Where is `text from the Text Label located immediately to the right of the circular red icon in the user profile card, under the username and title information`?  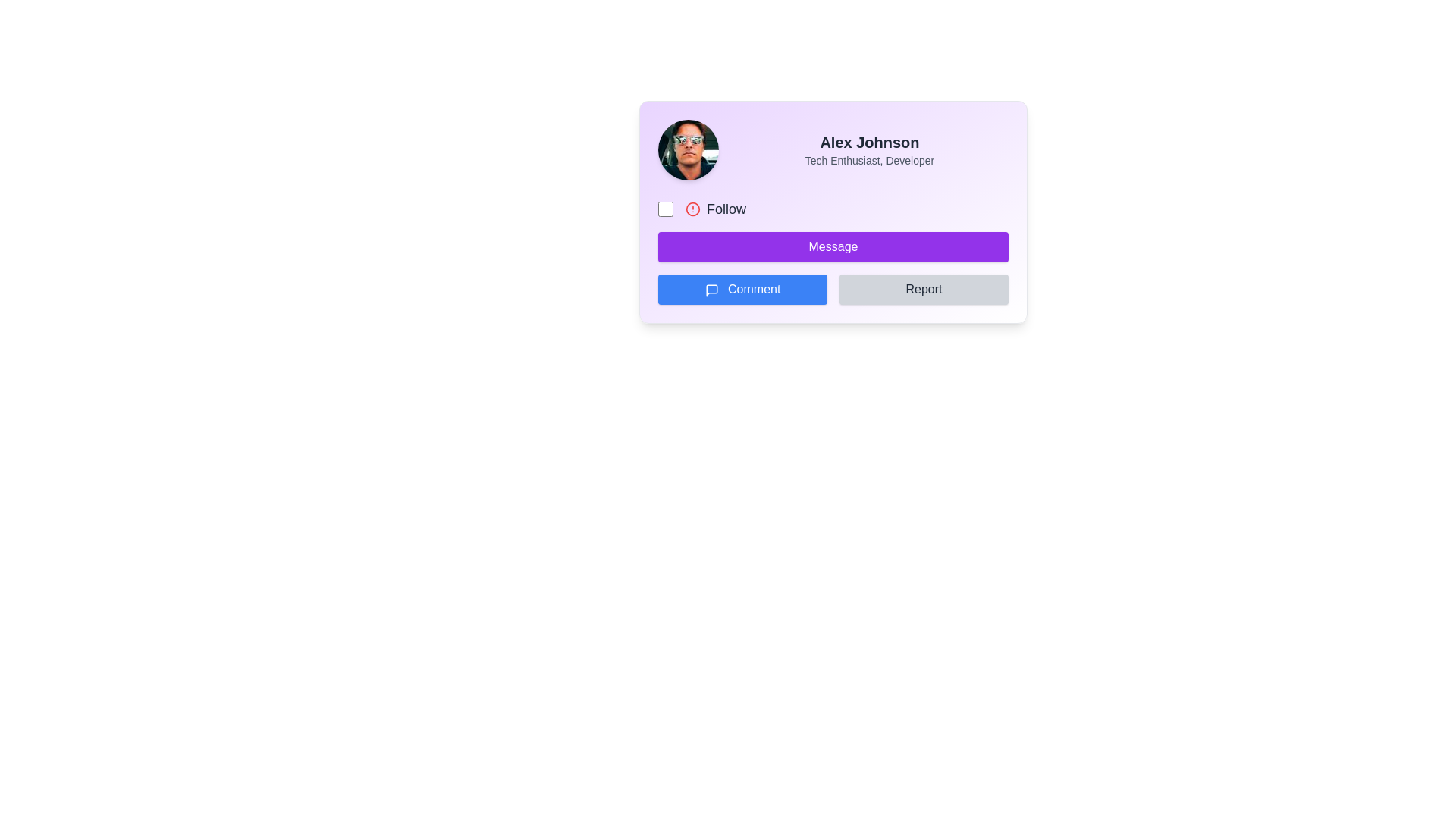 text from the Text Label located immediately to the right of the circular red icon in the user profile card, under the username and title information is located at coordinates (726, 209).